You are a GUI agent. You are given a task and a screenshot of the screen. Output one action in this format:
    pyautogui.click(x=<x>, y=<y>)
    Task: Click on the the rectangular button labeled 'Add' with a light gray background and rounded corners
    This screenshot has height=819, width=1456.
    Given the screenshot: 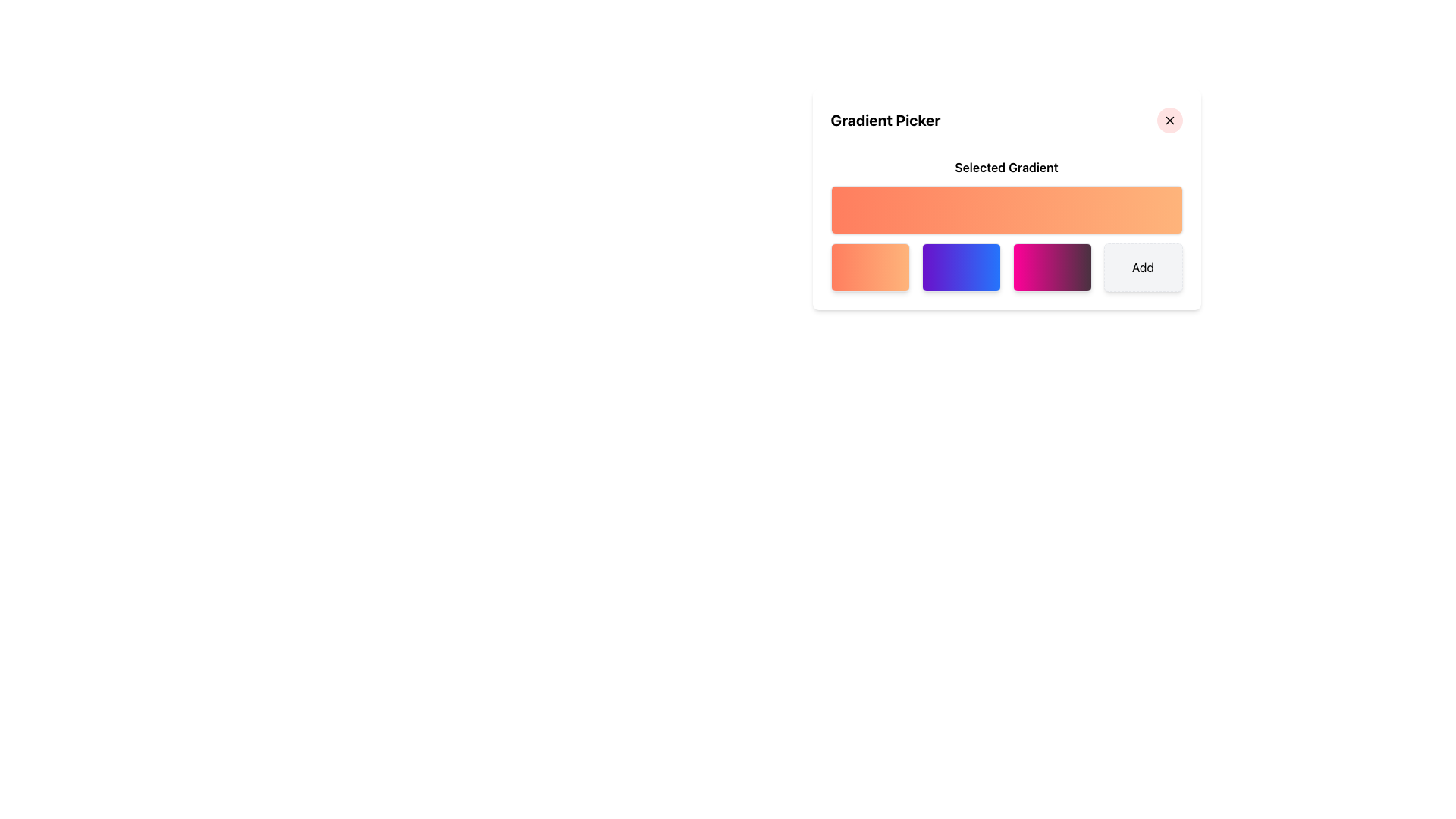 What is the action you would take?
    pyautogui.click(x=1143, y=267)
    